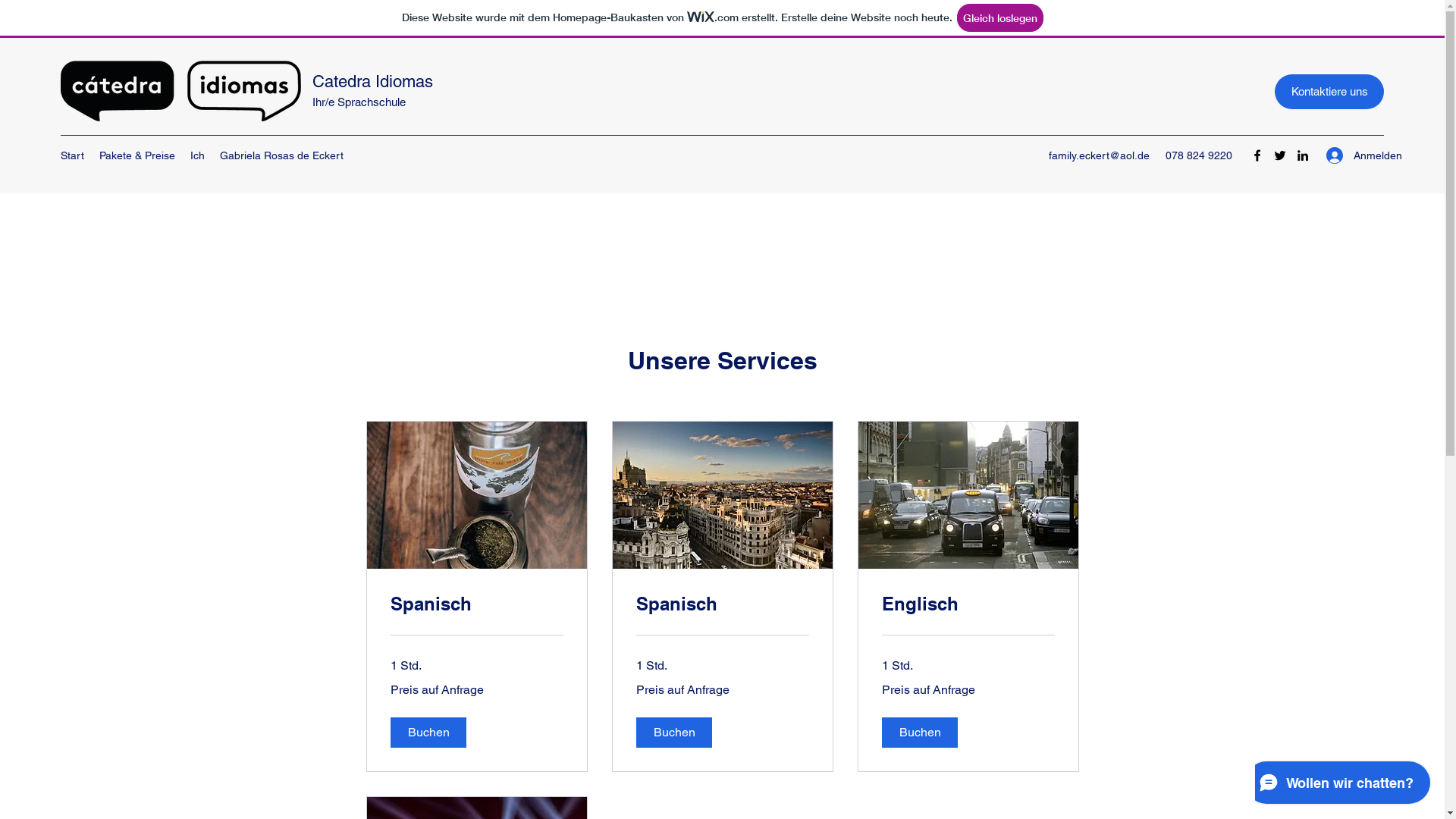 Image resolution: width=1456 pixels, height=819 pixels. Describe the element at coordinates (967, 604) in the screenshot. I see `'Englisch'` at that location.